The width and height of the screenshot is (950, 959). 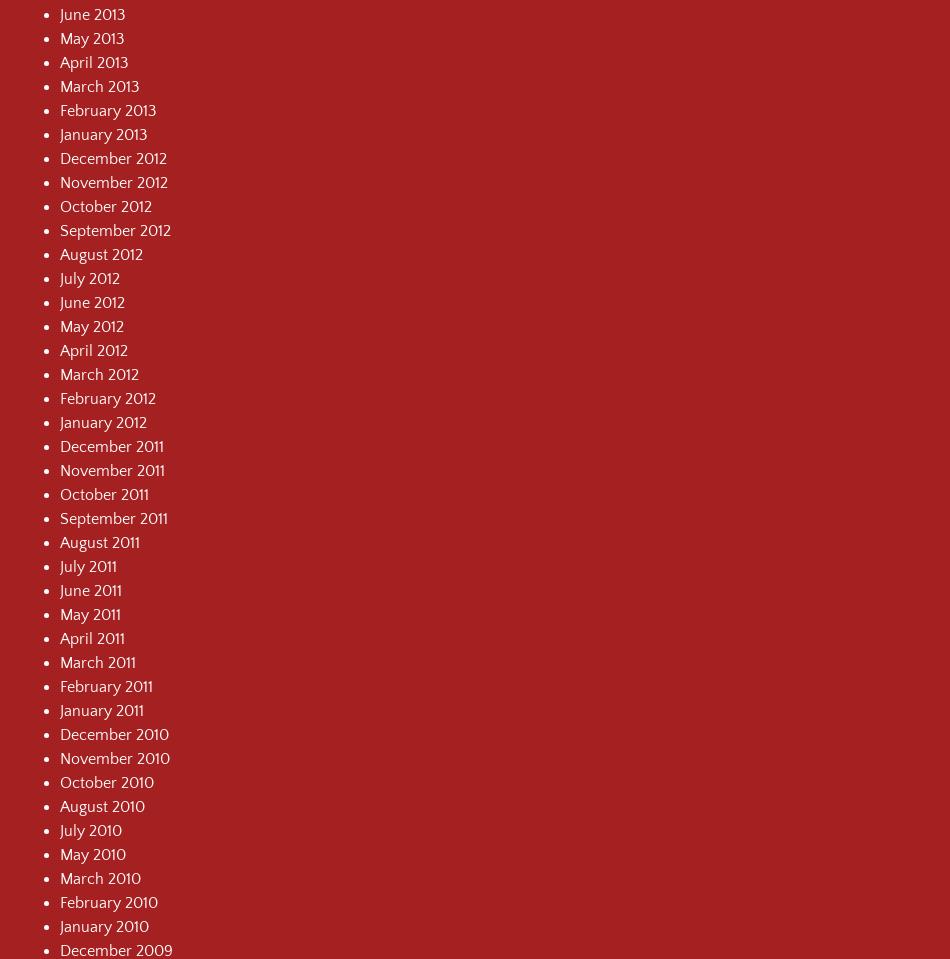 What do you see at coordinates (92, 36) in the screenshot?
I see `'May 2013'` at bounding box center [92, 36].